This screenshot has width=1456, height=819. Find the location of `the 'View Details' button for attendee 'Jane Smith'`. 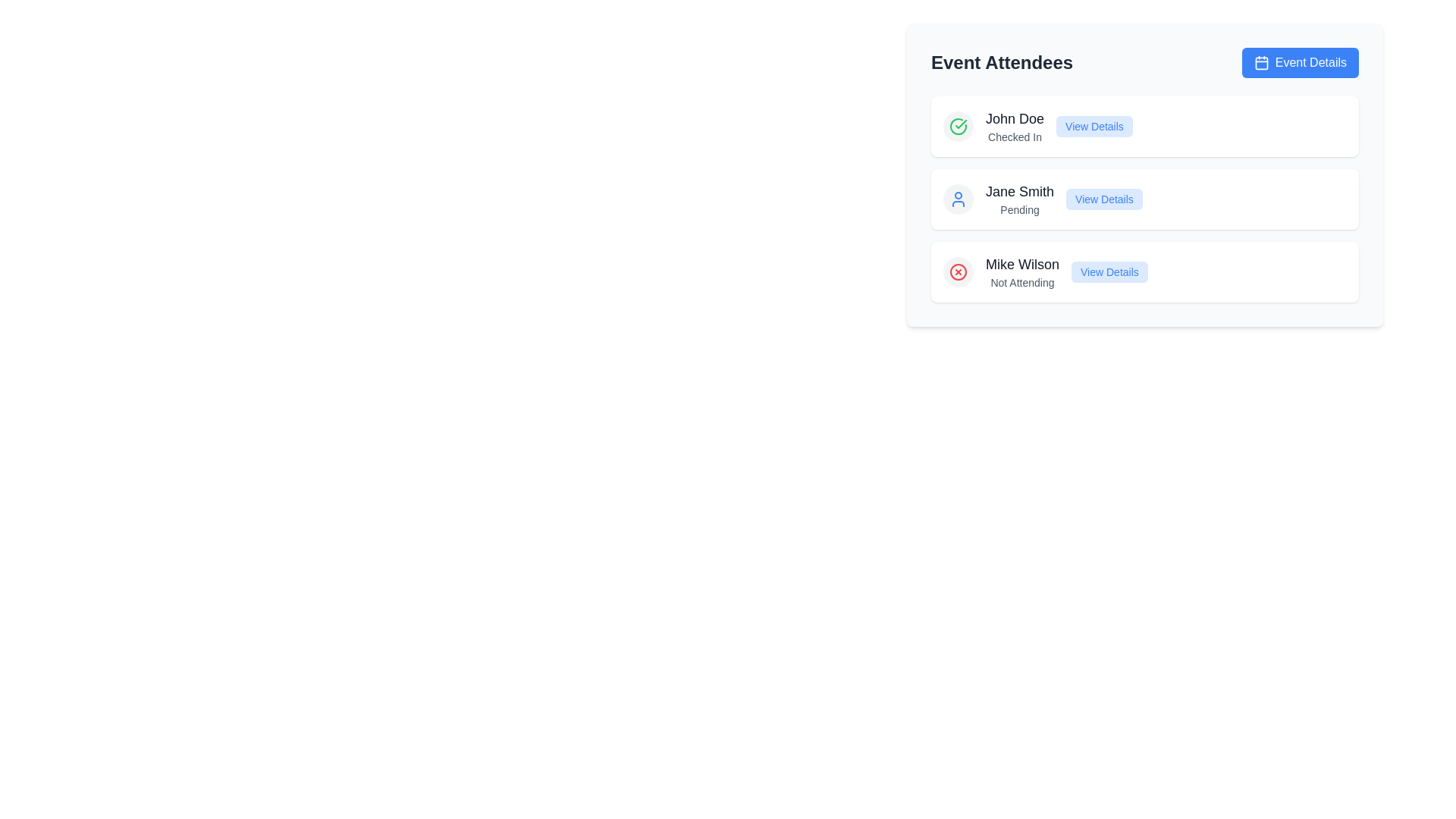

the 'View Details' button for attendee 'Jane Smith' is located at coordinates (1145, 178).